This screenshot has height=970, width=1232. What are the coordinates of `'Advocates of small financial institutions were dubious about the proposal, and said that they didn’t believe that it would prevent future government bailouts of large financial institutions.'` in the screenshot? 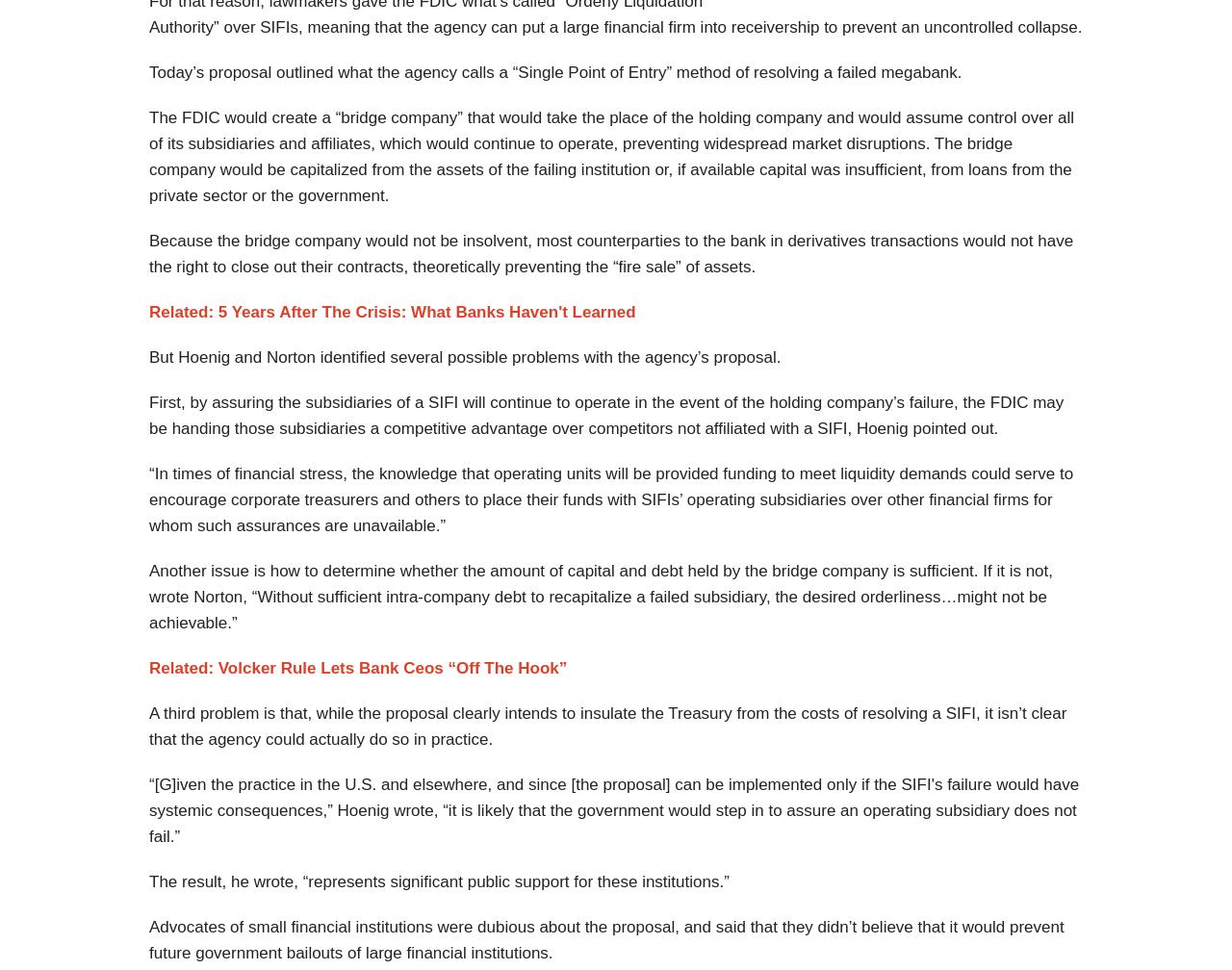 It's located at (605, 939).